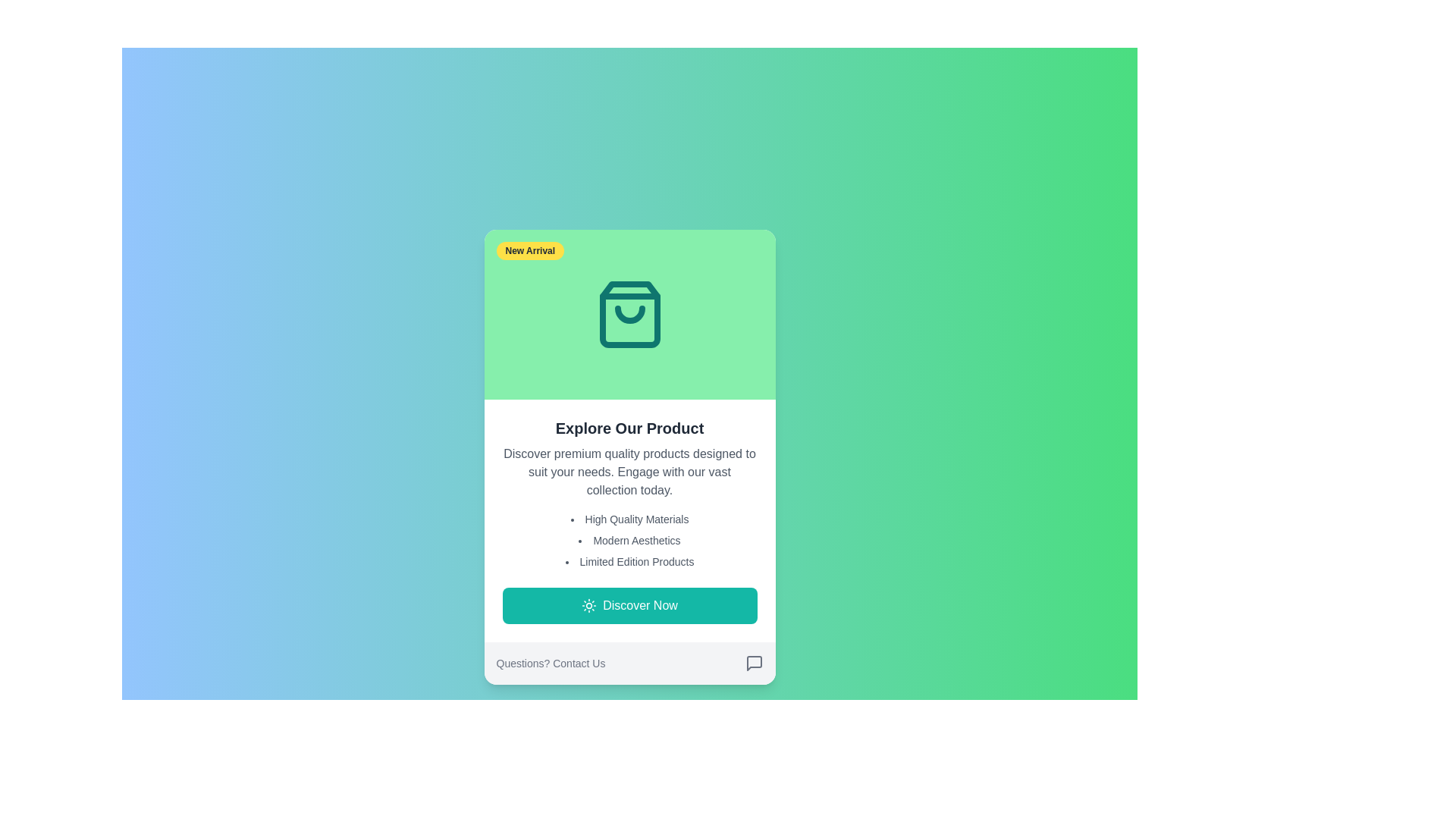 Image resolution: width=1456 pixels, height=819 pixels. What do you see at coordinates (629, 561) in the screenshot?
I see `the third bullet point text label under the 'Explore Our Product' section, which conveys key features of the product` at bounding box center [629, 561].